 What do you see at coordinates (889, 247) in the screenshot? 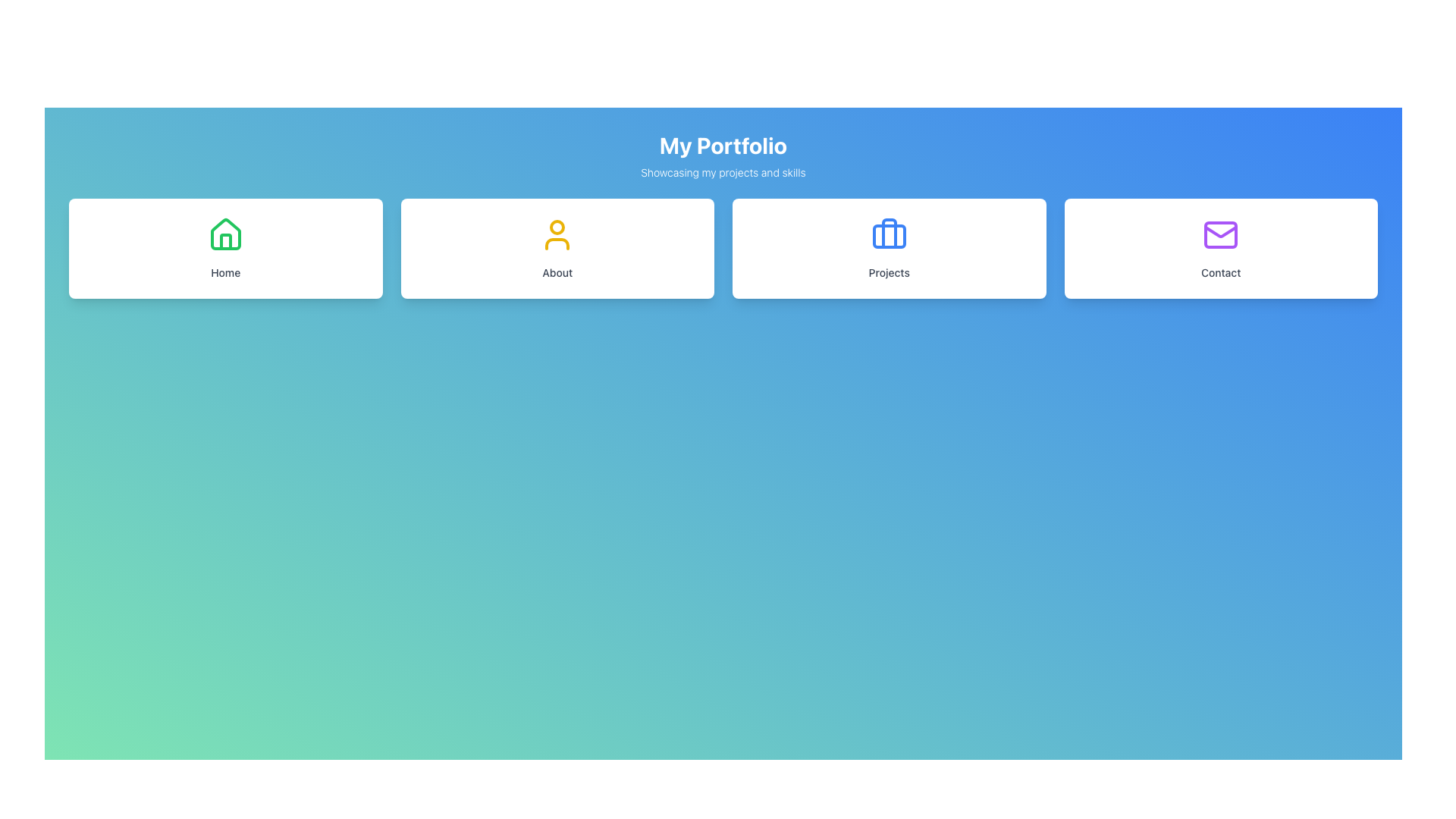
I see `the third card in a horizontal grid of four cards` at bounding box center [889, 247].